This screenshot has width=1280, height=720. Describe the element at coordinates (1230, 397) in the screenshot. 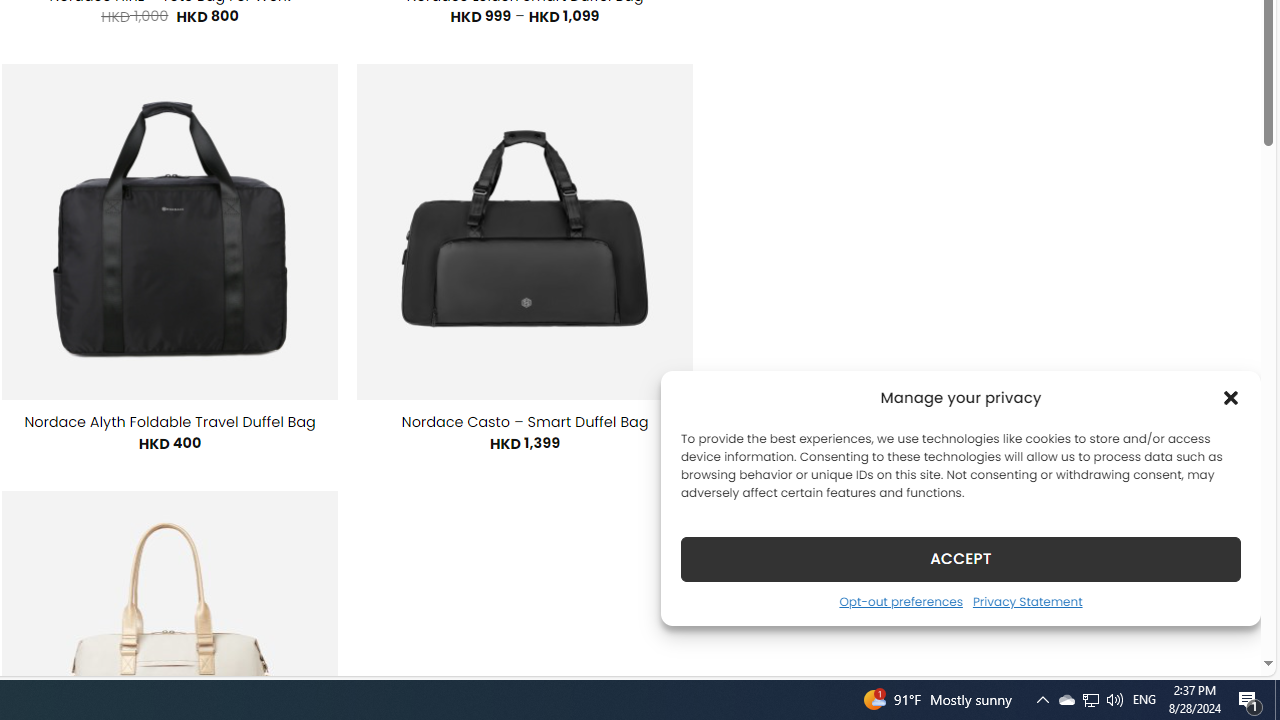

I see `'Class: cmplz-close'` at that location.